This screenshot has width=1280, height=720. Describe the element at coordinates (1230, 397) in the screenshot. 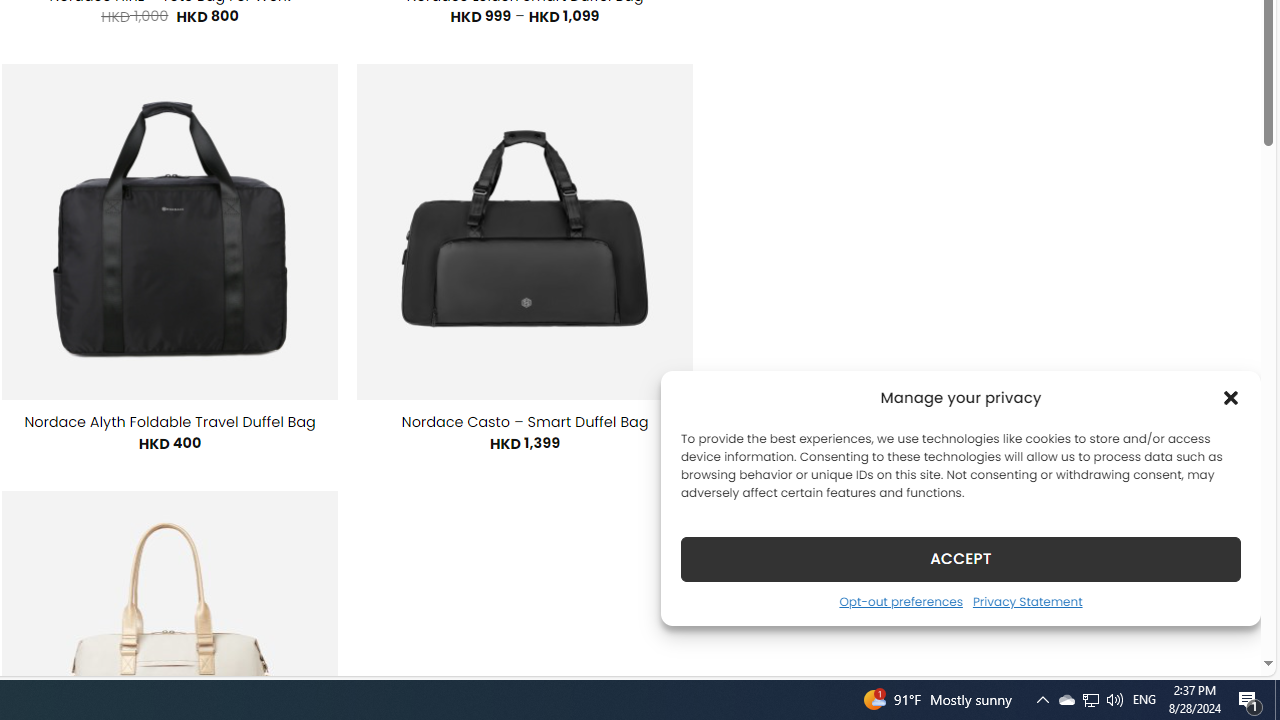

I see `'Class: cmplz-close'` at that location.